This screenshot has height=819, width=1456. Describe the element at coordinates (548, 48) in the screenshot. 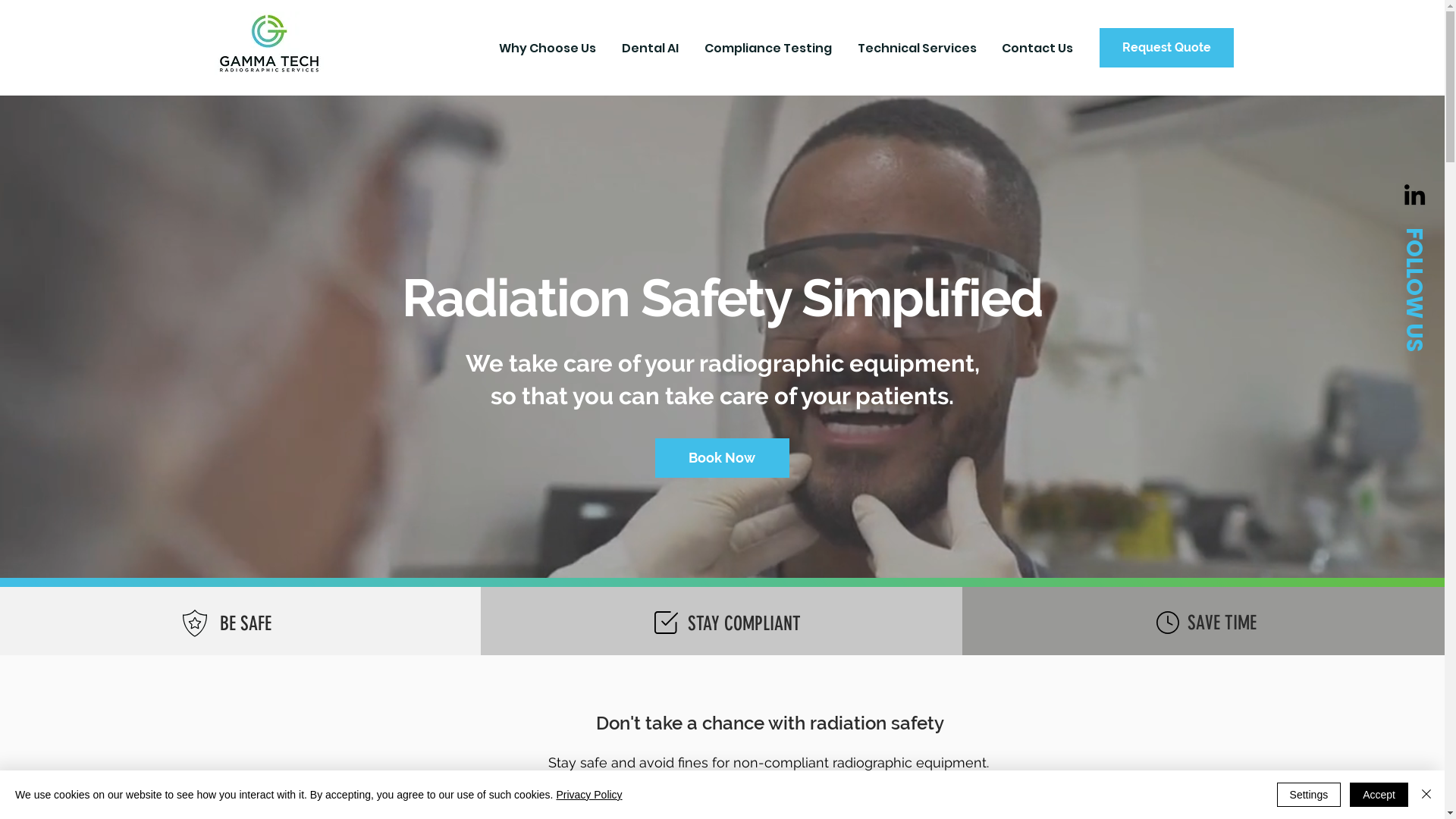

I see `'Why Choose Us'` at that location.